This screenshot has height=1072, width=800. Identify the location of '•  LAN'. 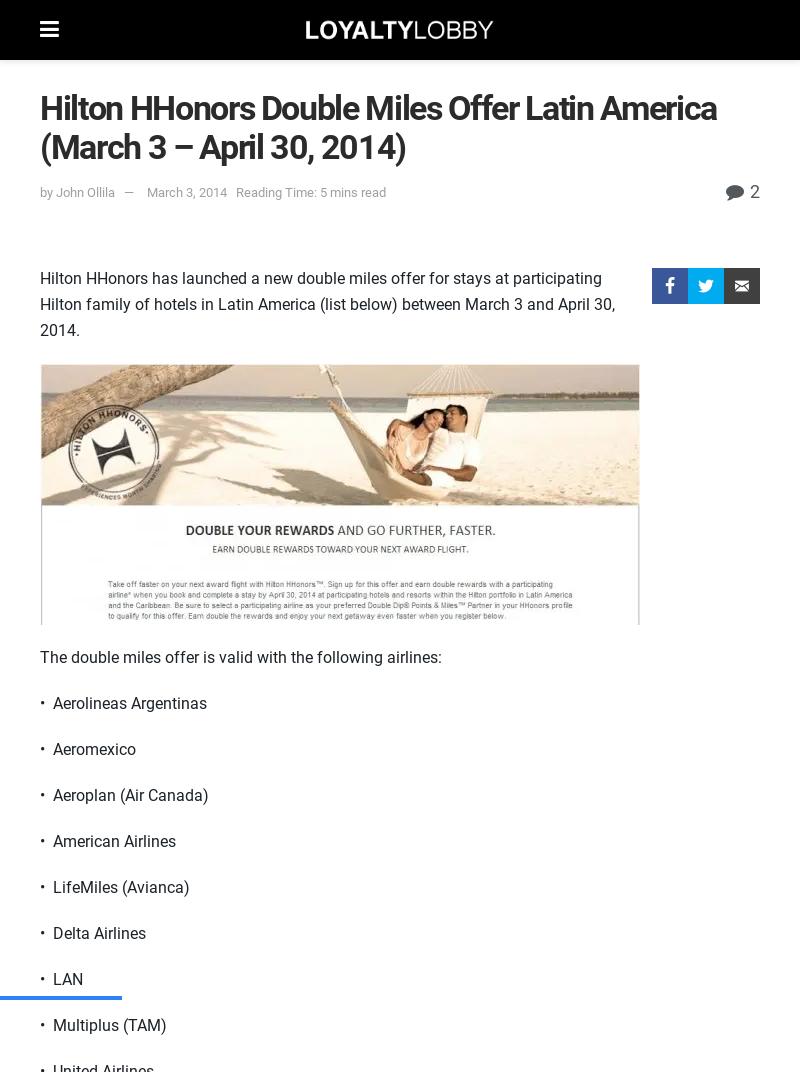
(60, 978).